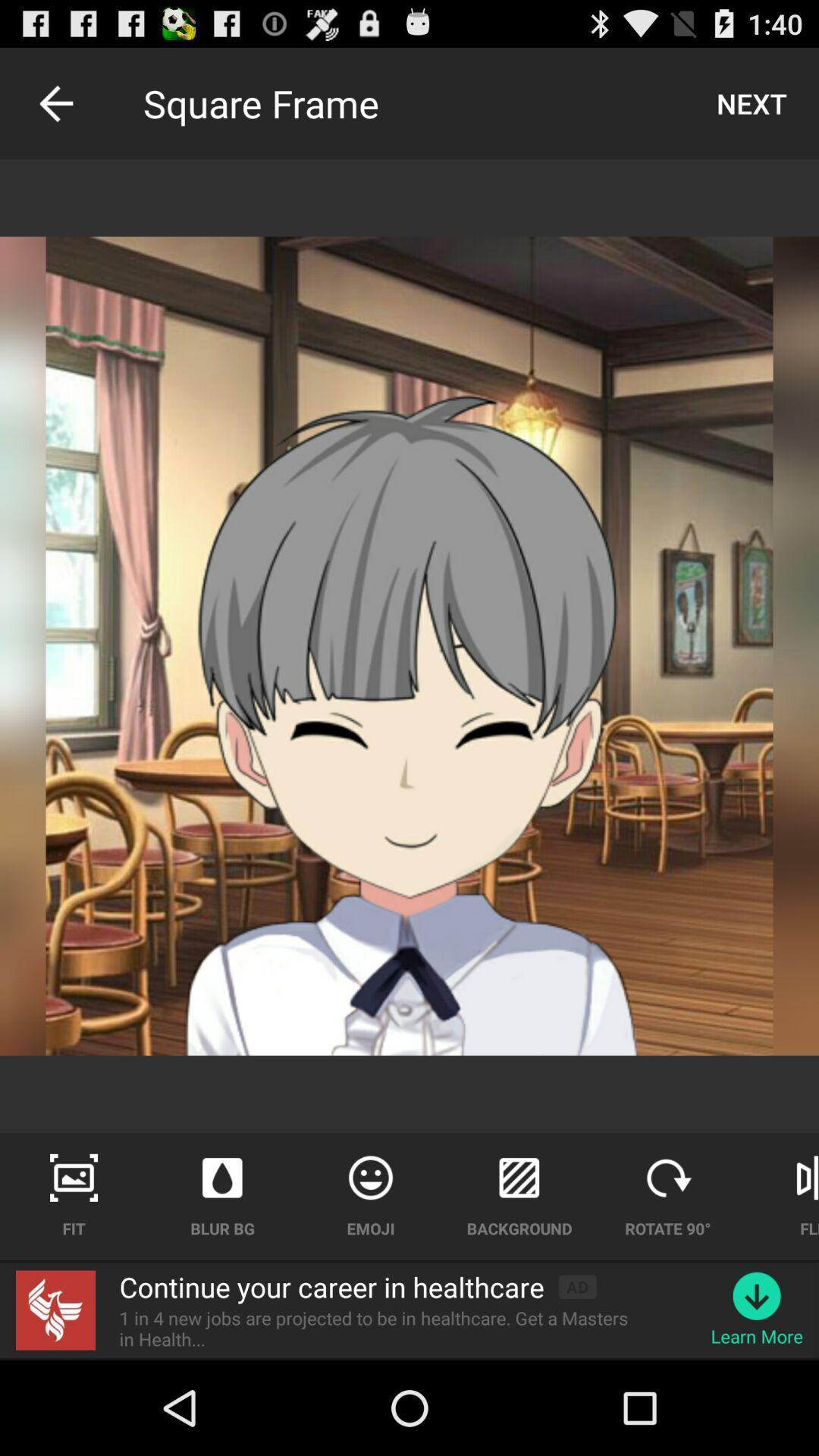 The width and height of the screenshot is (819, 1456). I want to click on app above the 1 in 4 app, so click(577, 1286).